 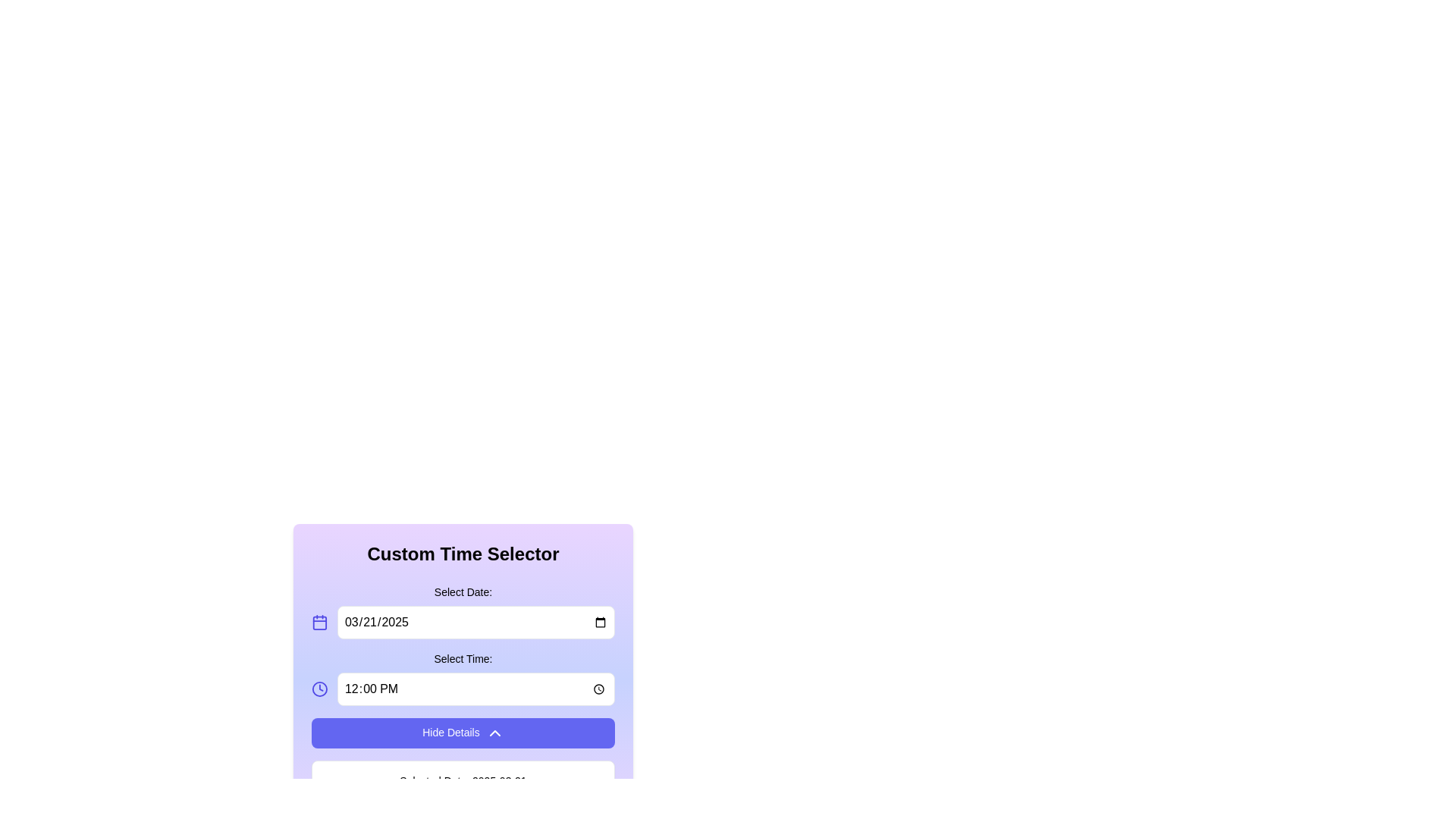 What do you see at coordinates (462, 689) in the screenshot?
I see `the Time selection input field, which displays the current time as '12:00 PM'` at bounding box center [462, 689].